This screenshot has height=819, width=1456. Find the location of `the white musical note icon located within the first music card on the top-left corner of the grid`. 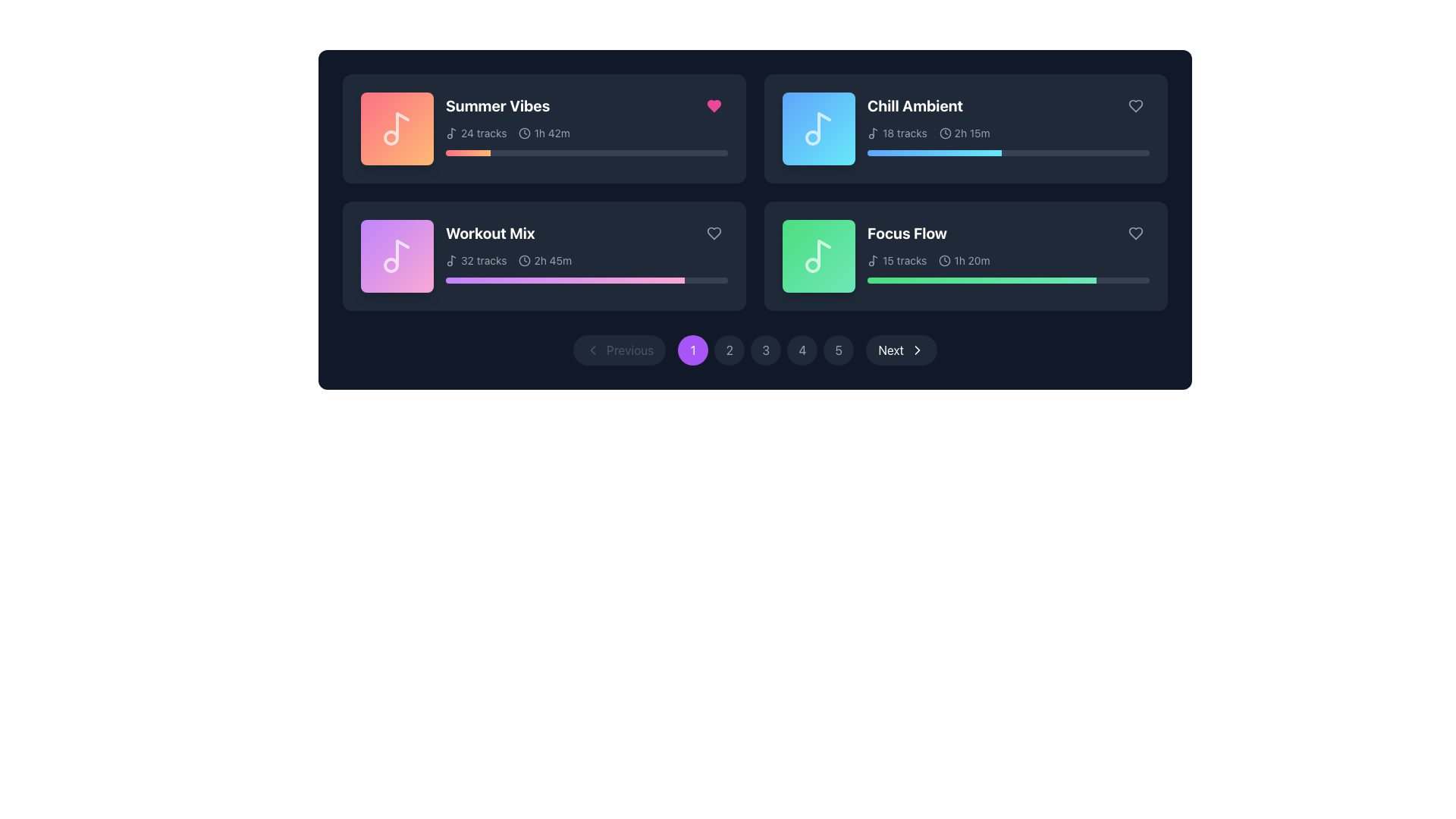

the white musical note icon located within the first music card on the top-left corner of the grid is located at coordinates (397, 127).